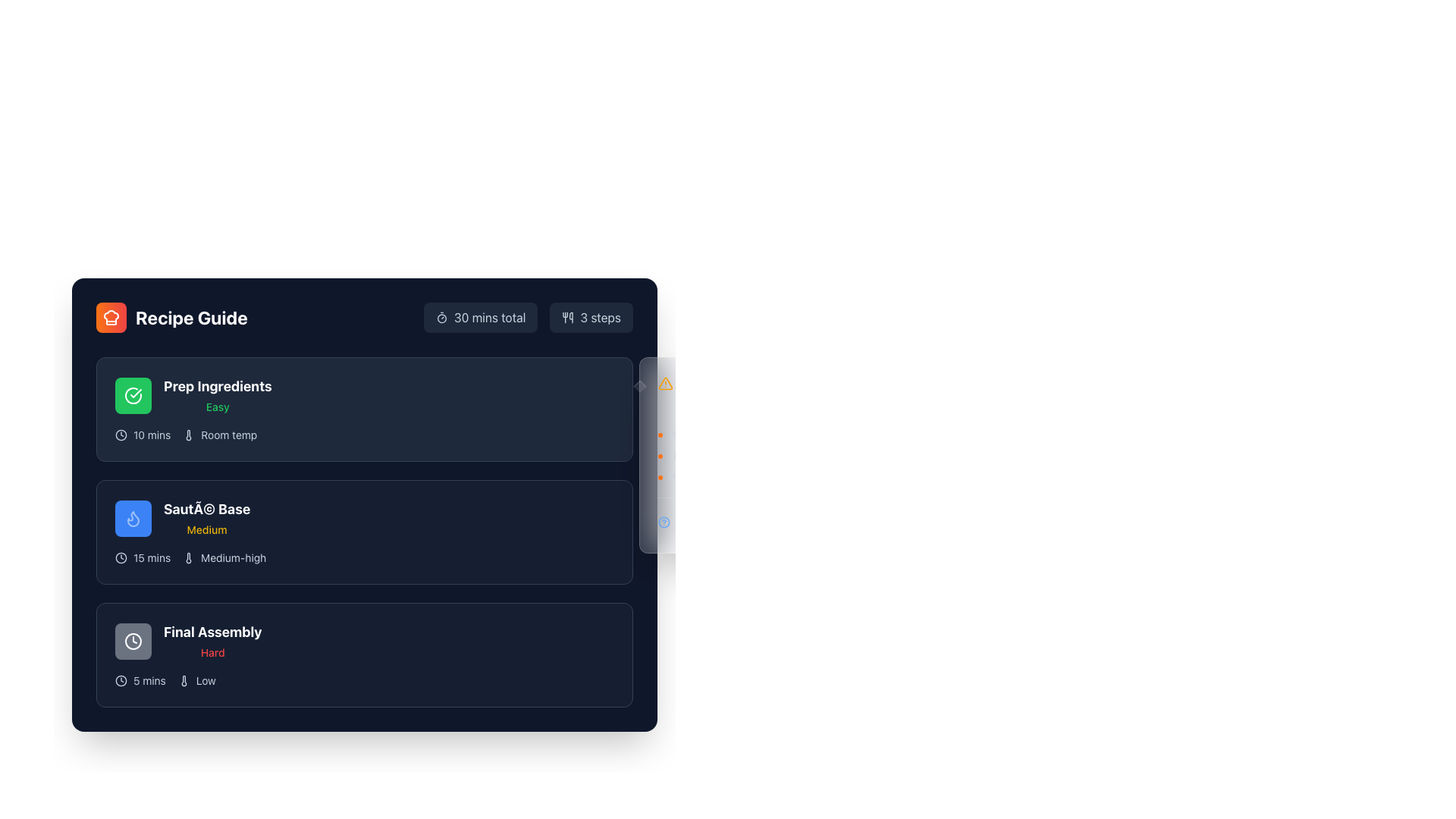 The width and height of the screenshot is (1456, 819). What do you see at coordinates (480, 317) in the screenshot?
I see `the Label that informs the user about the total time required for the recipe, located to the left of the '3 steps' element` at bounding box center [480, 317].